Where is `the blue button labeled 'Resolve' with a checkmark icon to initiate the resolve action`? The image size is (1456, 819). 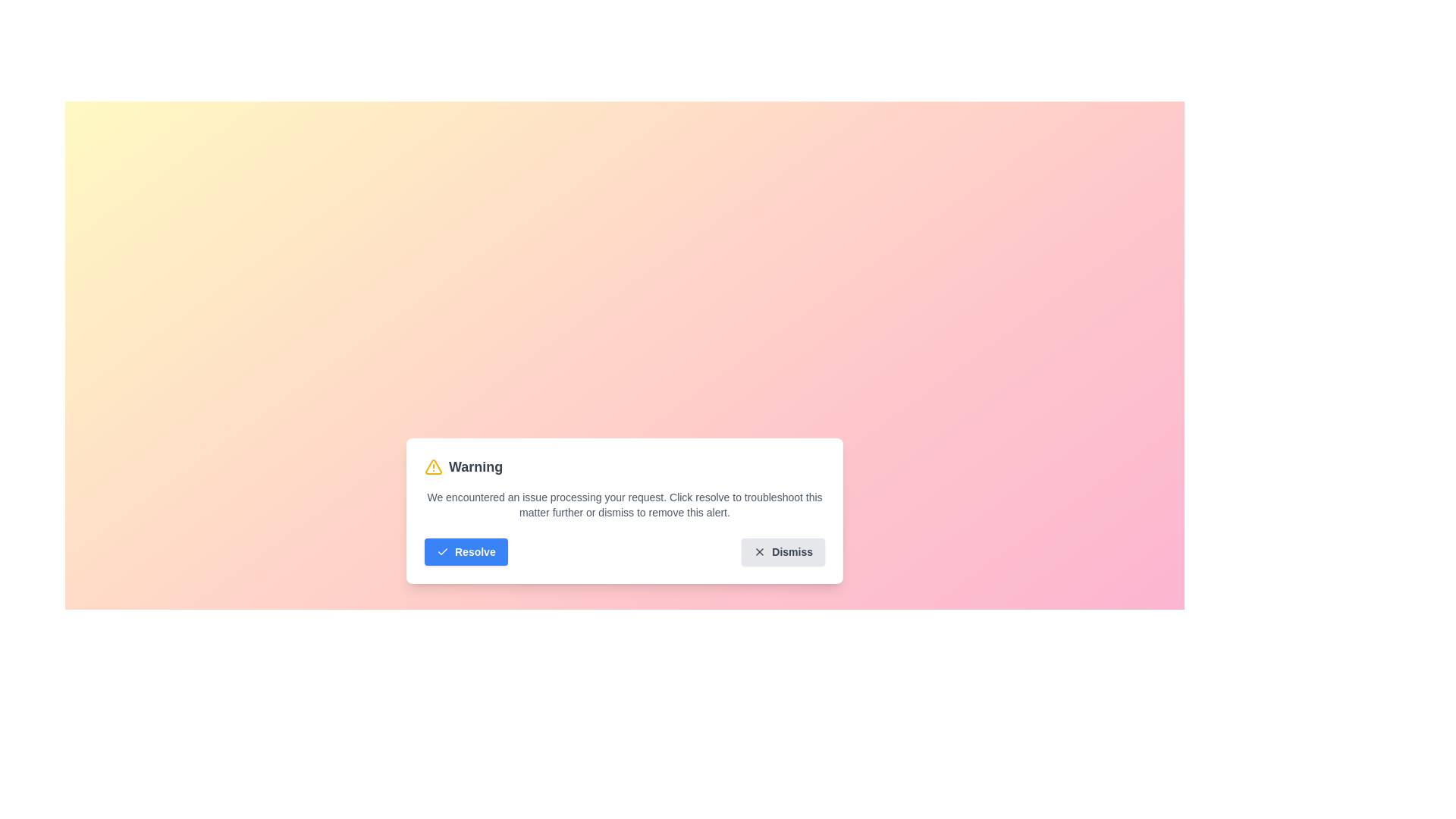
the blue button labeled 'Resolve' with a checkmark icon to initiate the resolve action is located at coordinates (465, 552).